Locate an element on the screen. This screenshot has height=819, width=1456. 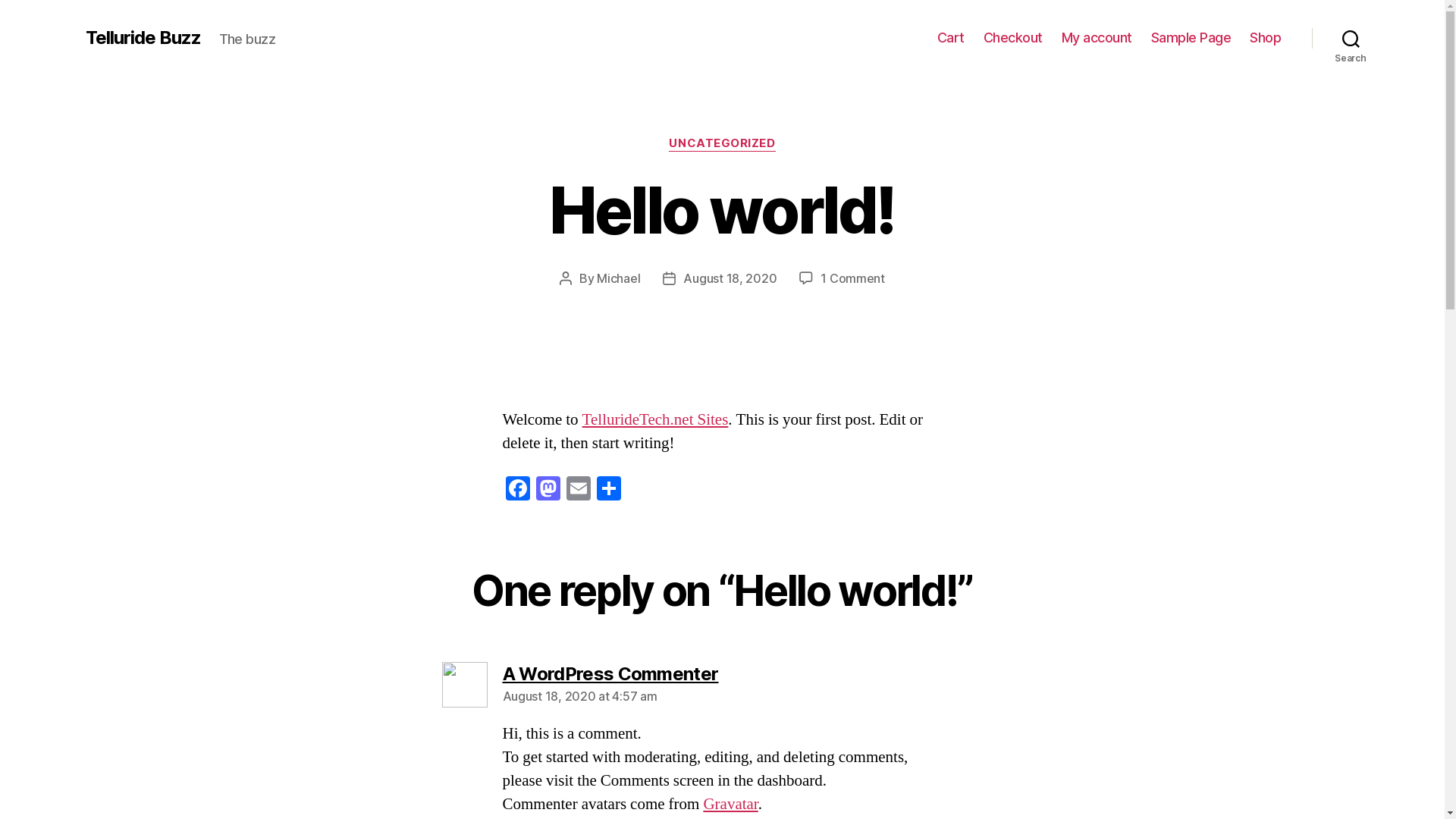
'A WordPress Commenter is located at coordinates (610, 673).